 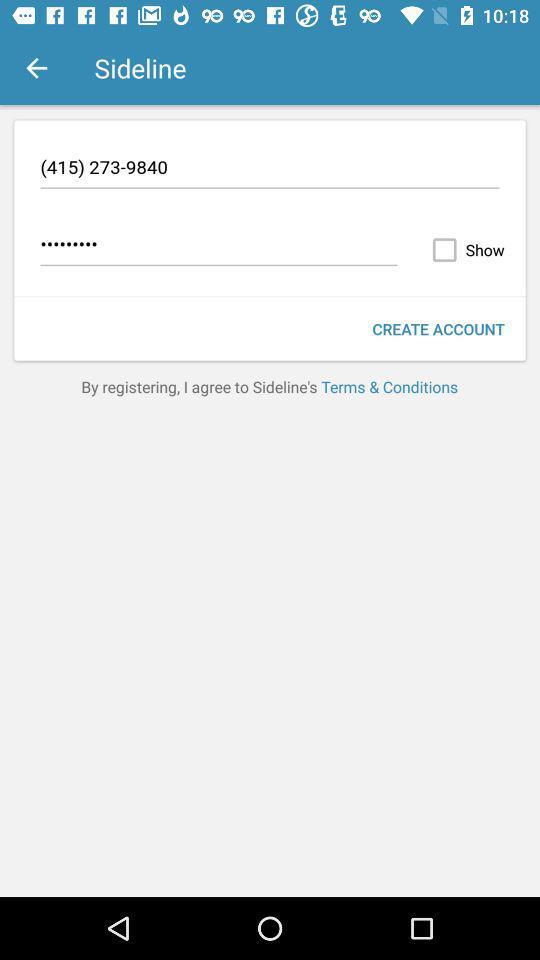 I want to click on icon to the left of the sideline item, so click(x=36, y=68).